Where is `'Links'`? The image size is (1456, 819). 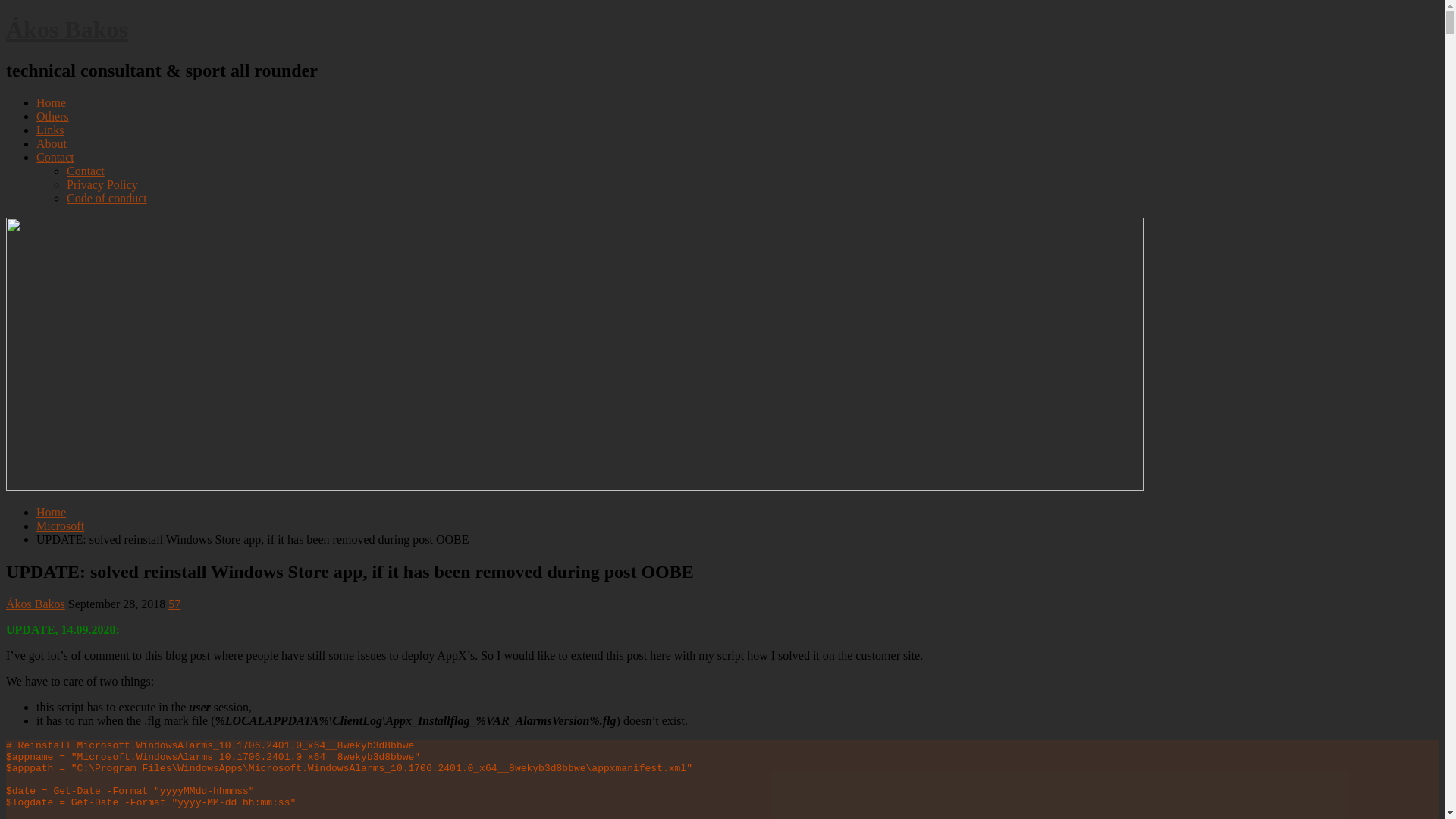
'Links' is located at coordinates (50, 129).